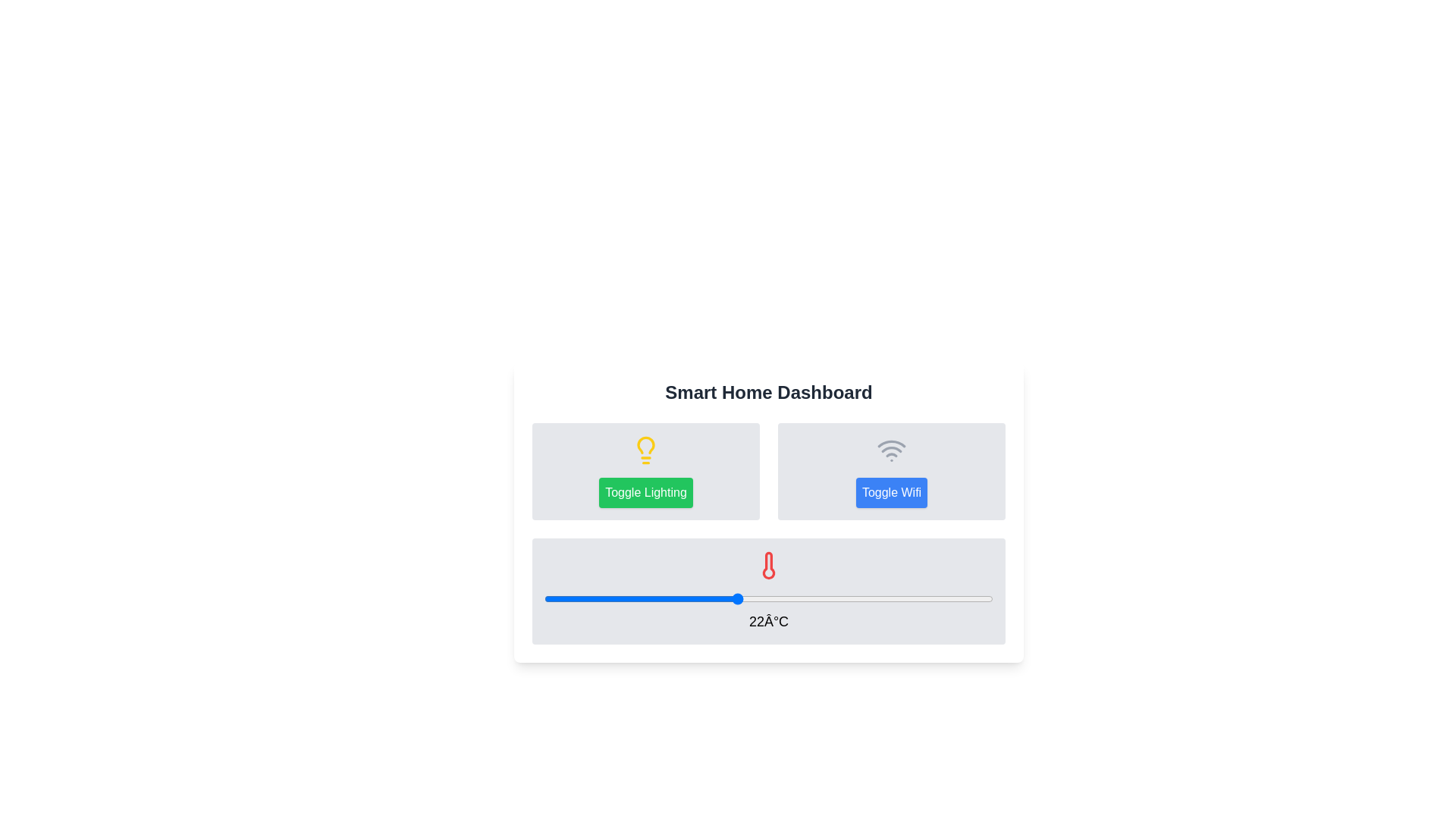 The height and width of the screenshot is (819, 1456). Describe the element at coordinates (645, 450) in the screenshot. I see `the lightbulb-shaped icon with a yellow fill and outlined design, located above the 'Toggle Lighting' button` at that location.